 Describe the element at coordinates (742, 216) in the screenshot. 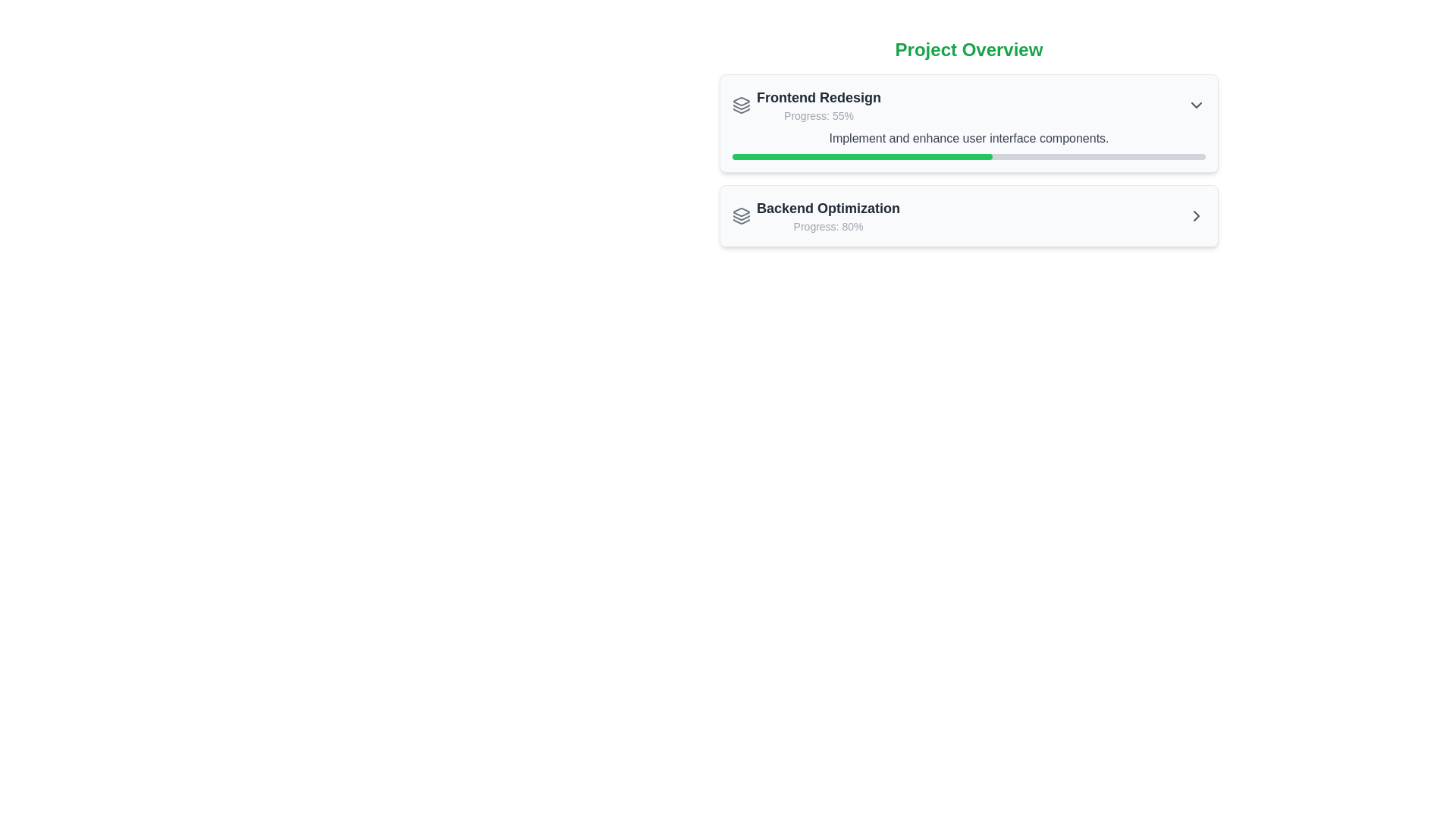

I see `or interpret the icon representing stacked layers, located on the left side of the list item labeled 'Backend Optimization'` at that location.